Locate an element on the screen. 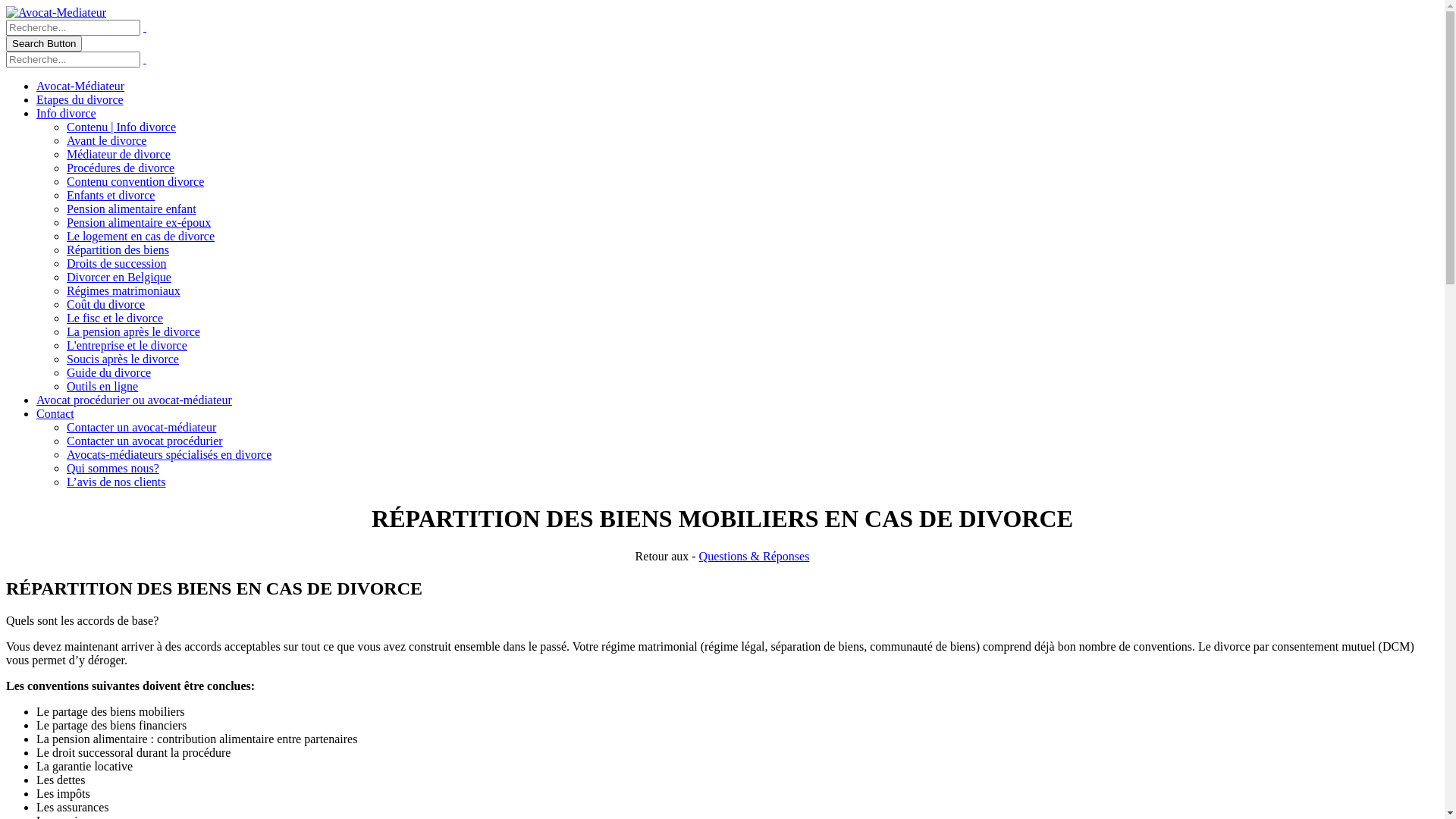  'Le logement en cas de divorce' is located at coordinates (140, 236).